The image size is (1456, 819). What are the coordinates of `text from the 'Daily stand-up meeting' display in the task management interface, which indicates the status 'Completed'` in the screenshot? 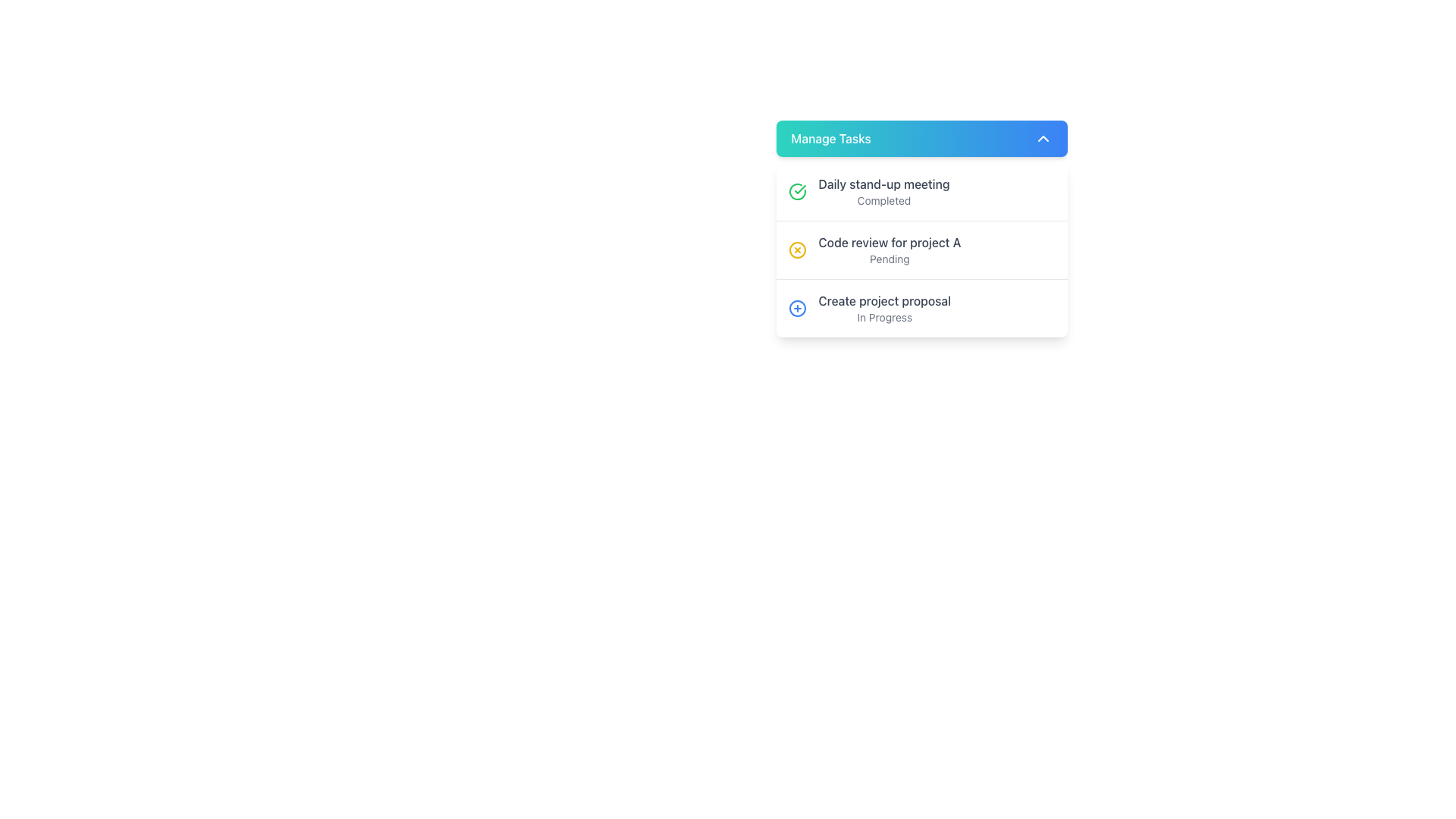 It's located at (884, 191).